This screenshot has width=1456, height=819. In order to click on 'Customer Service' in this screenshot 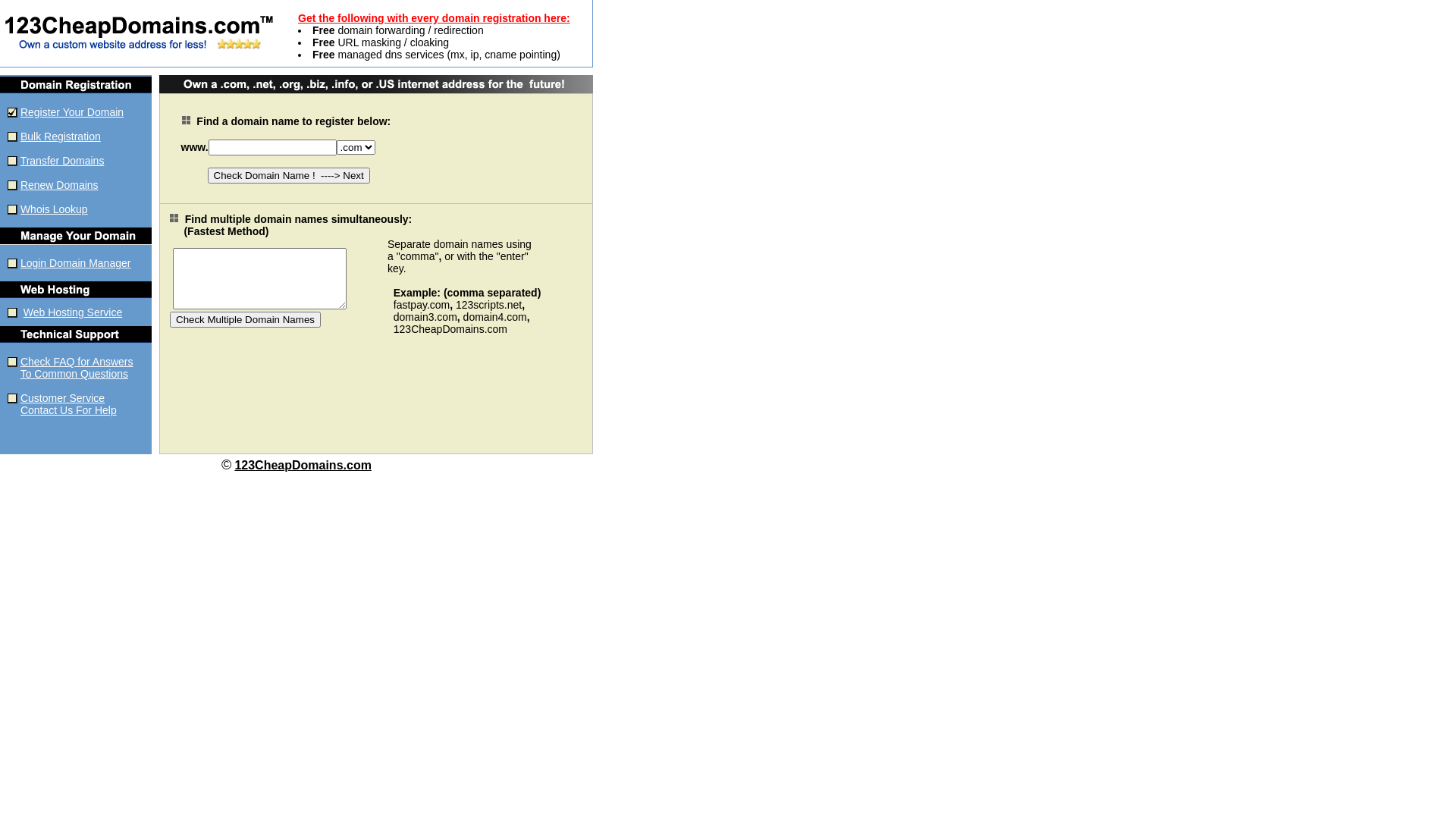, I will do `click(61, 397)`.